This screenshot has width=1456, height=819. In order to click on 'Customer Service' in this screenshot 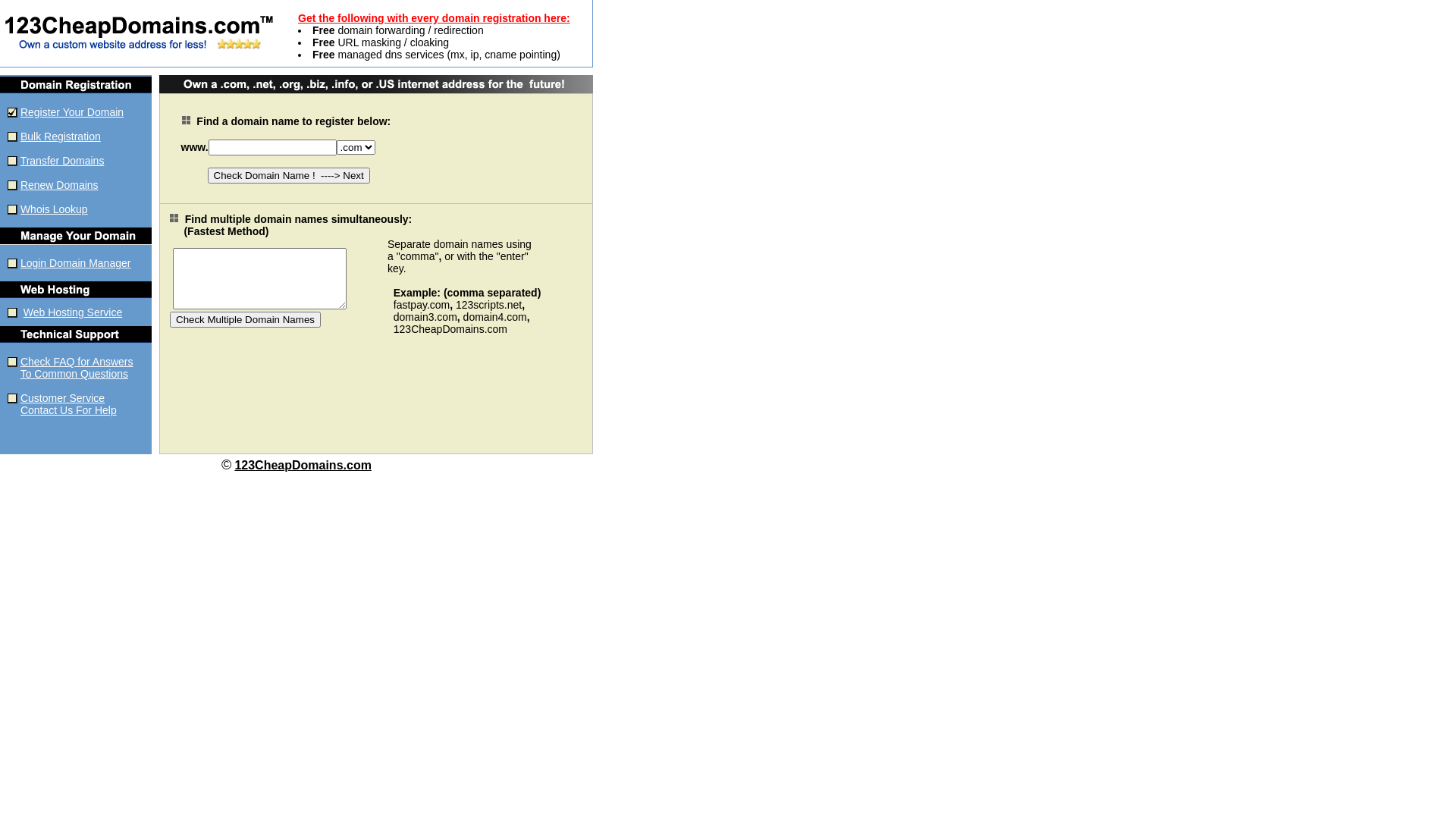, I will do `click(61, 397)`.